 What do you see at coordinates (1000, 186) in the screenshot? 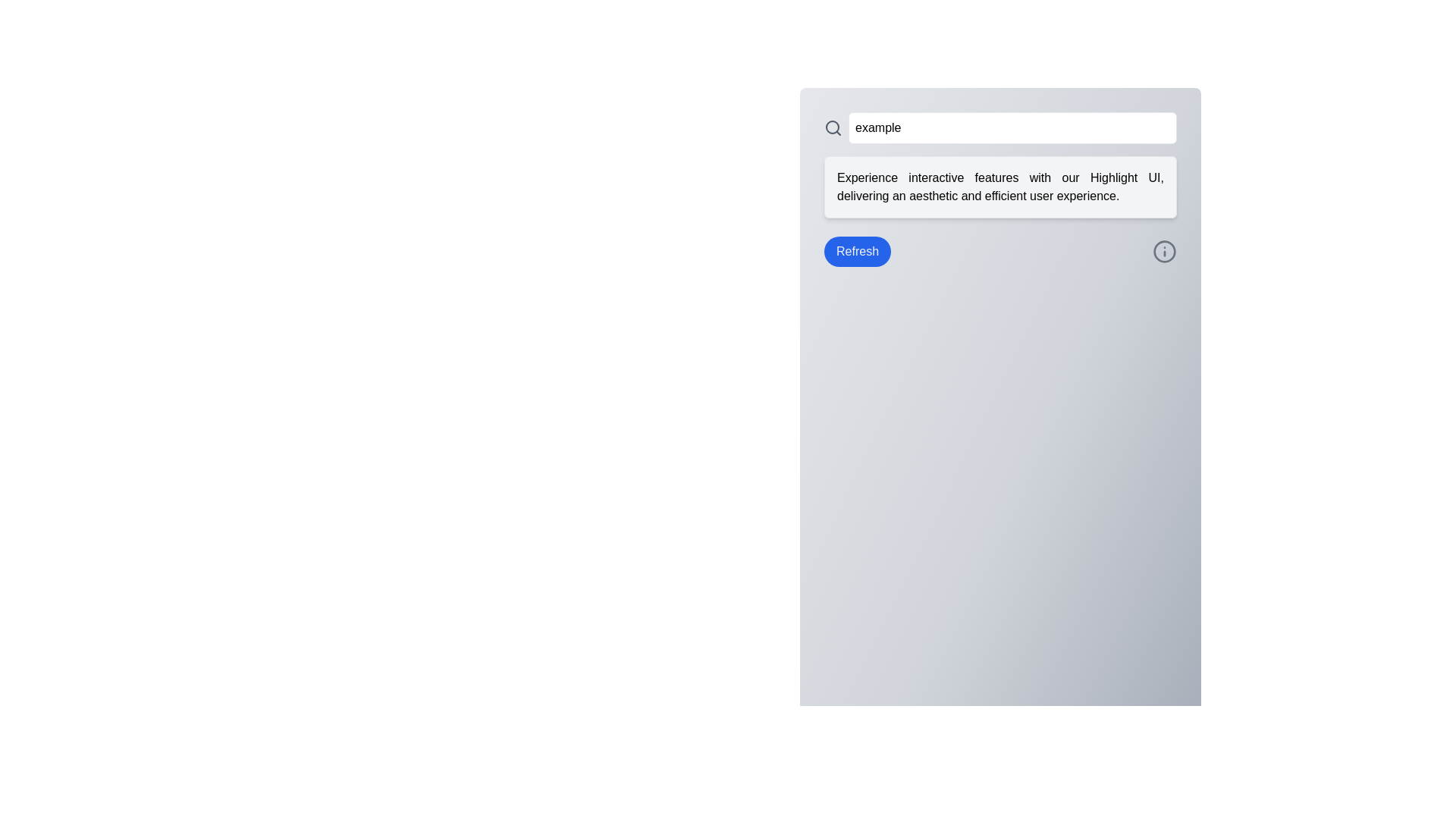
I see `the informational text block located below the search input field, aligned vertically with it, and positioned above the 'Refresh' button and the circular information icon` at bounding box center [1000, 186].